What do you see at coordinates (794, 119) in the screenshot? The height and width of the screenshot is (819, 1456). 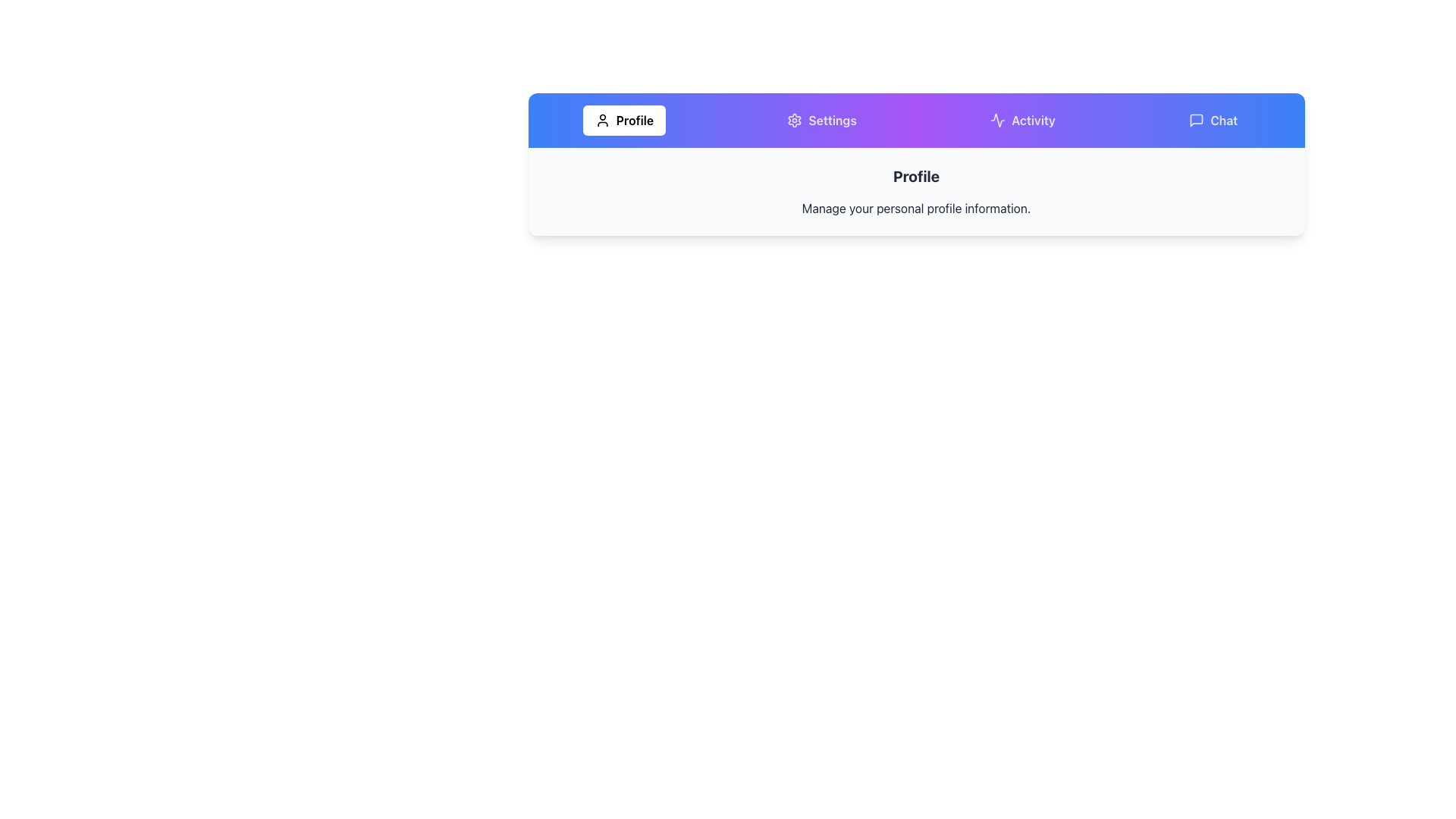 I see `the gear icon in the navigation bar, which symbolizes settings or configuration, colored in purple and located second from the left` at bounding box center [794, 119].